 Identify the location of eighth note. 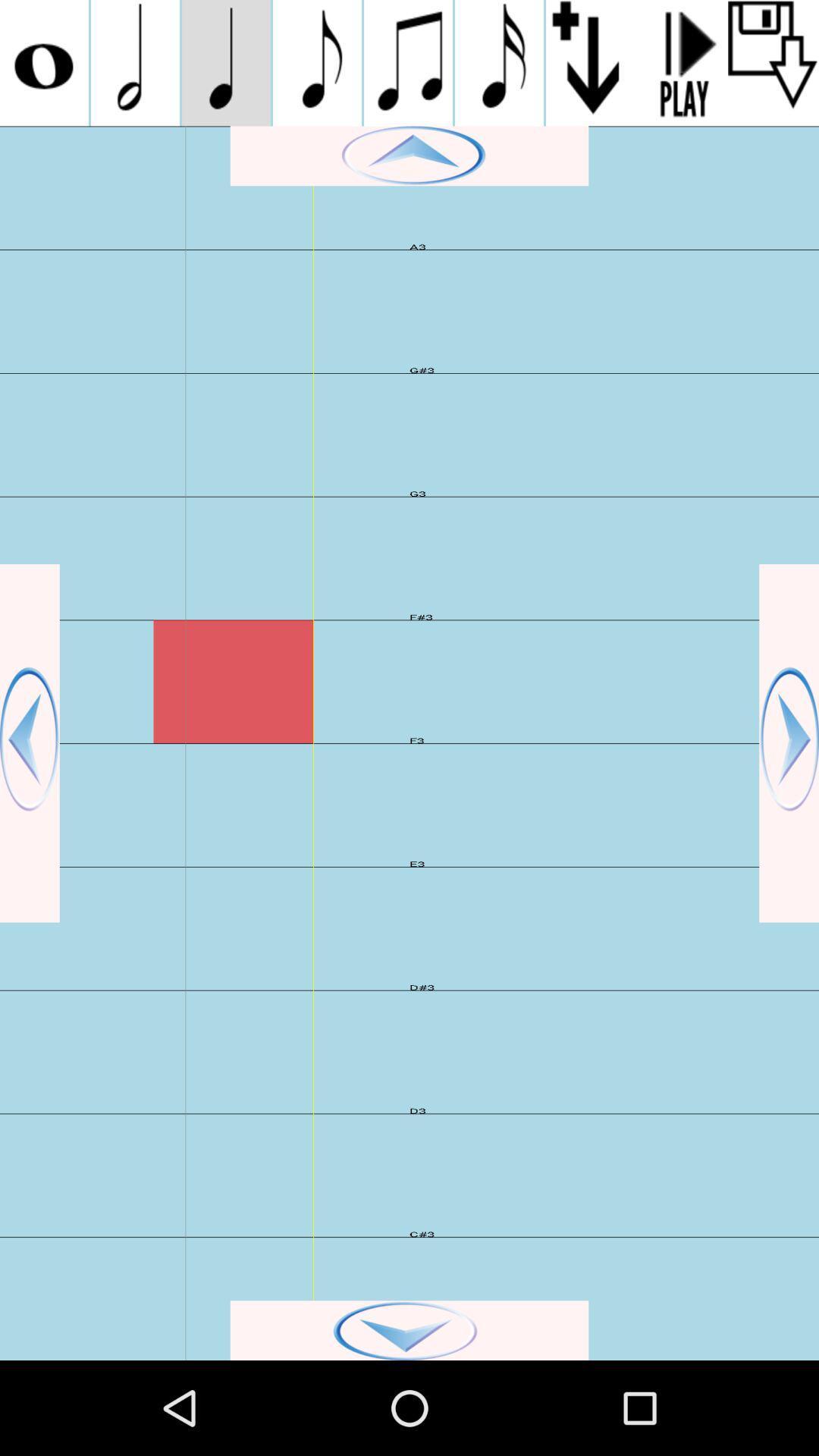
(316, 62).